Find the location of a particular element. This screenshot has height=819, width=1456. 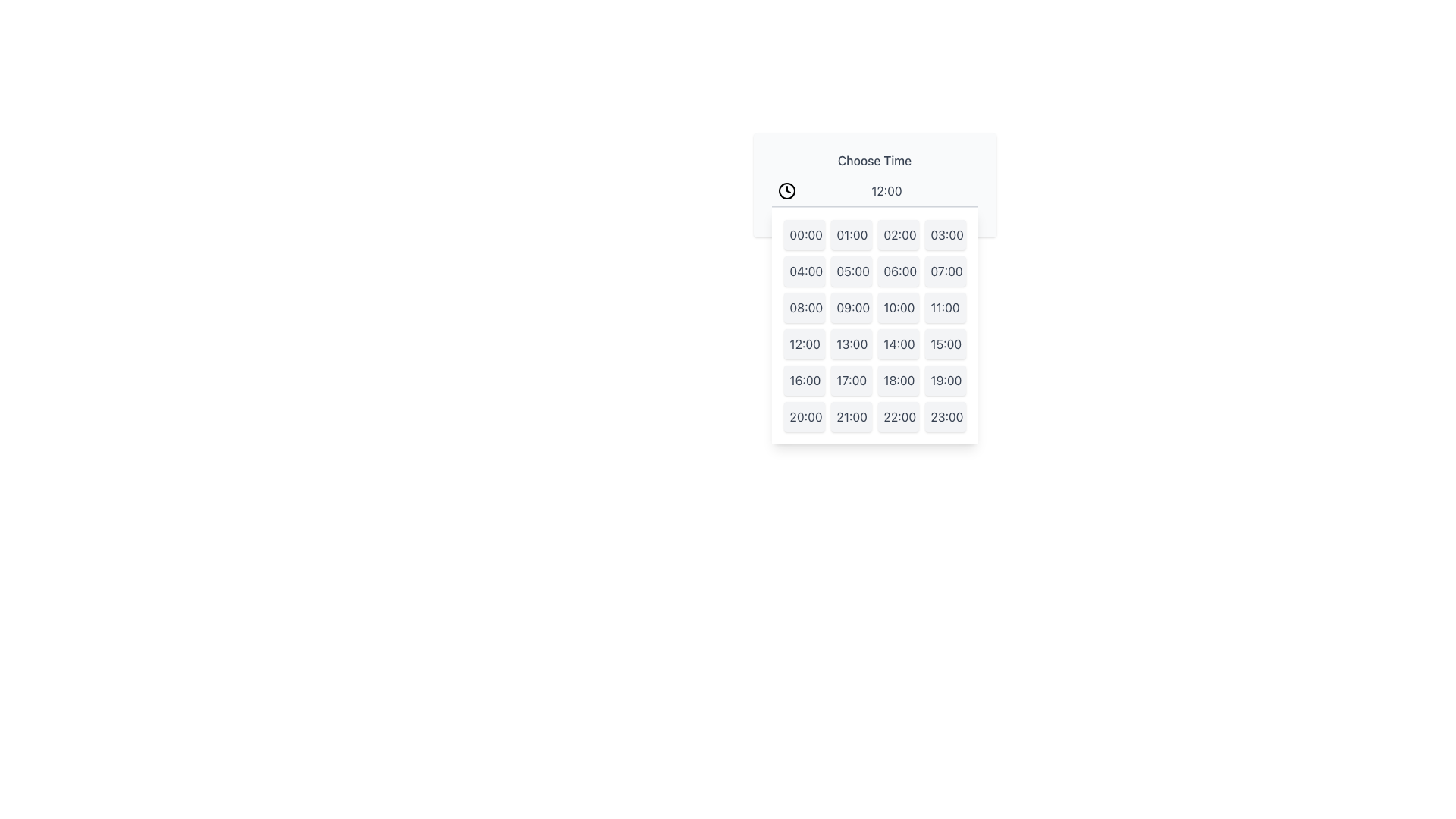

the selectable option labeled '00:00' is located at coordinates (803, 234).